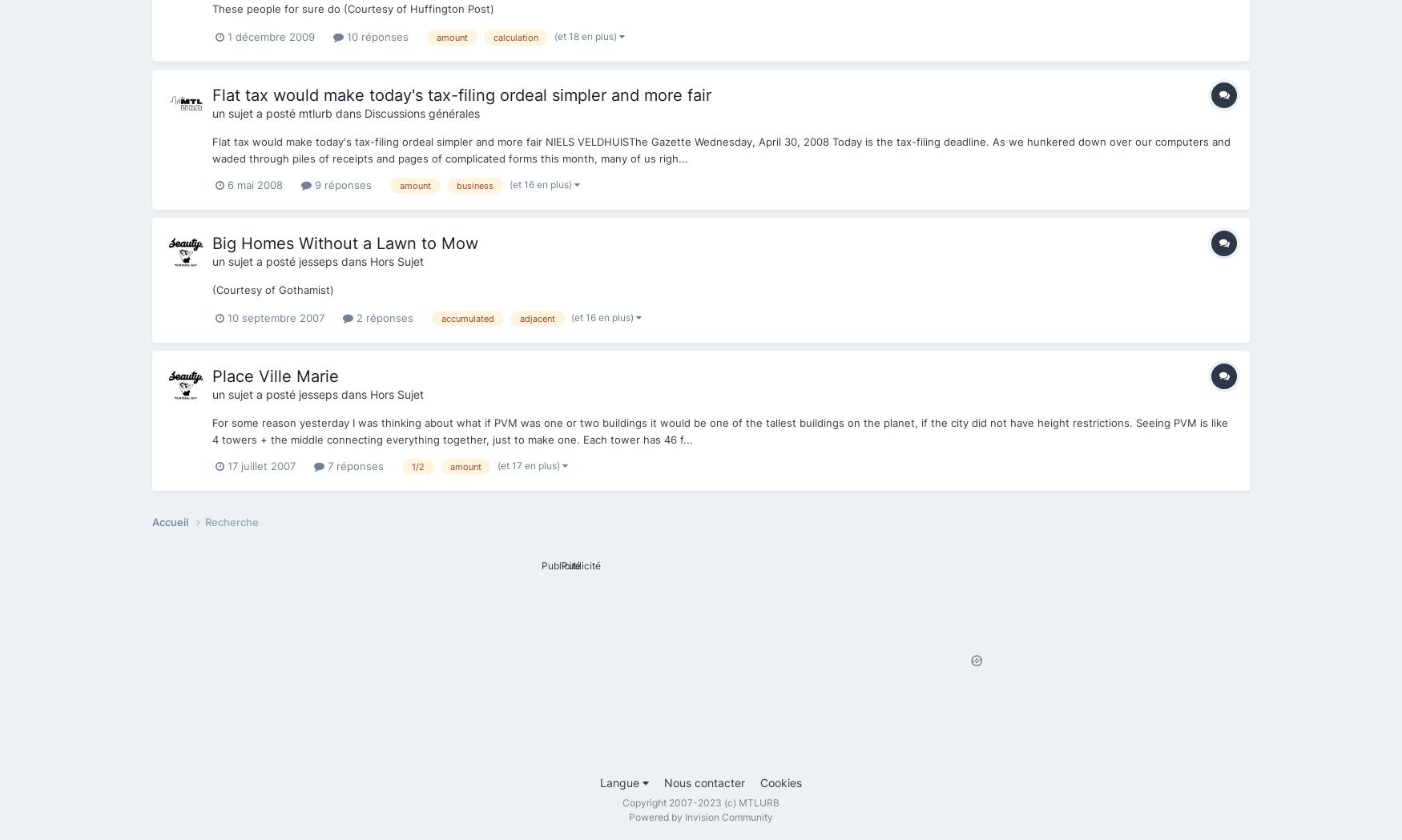 This screenshot has height=840, width=1402. I want to click on '10 septembre 2007', so click(276, 318).